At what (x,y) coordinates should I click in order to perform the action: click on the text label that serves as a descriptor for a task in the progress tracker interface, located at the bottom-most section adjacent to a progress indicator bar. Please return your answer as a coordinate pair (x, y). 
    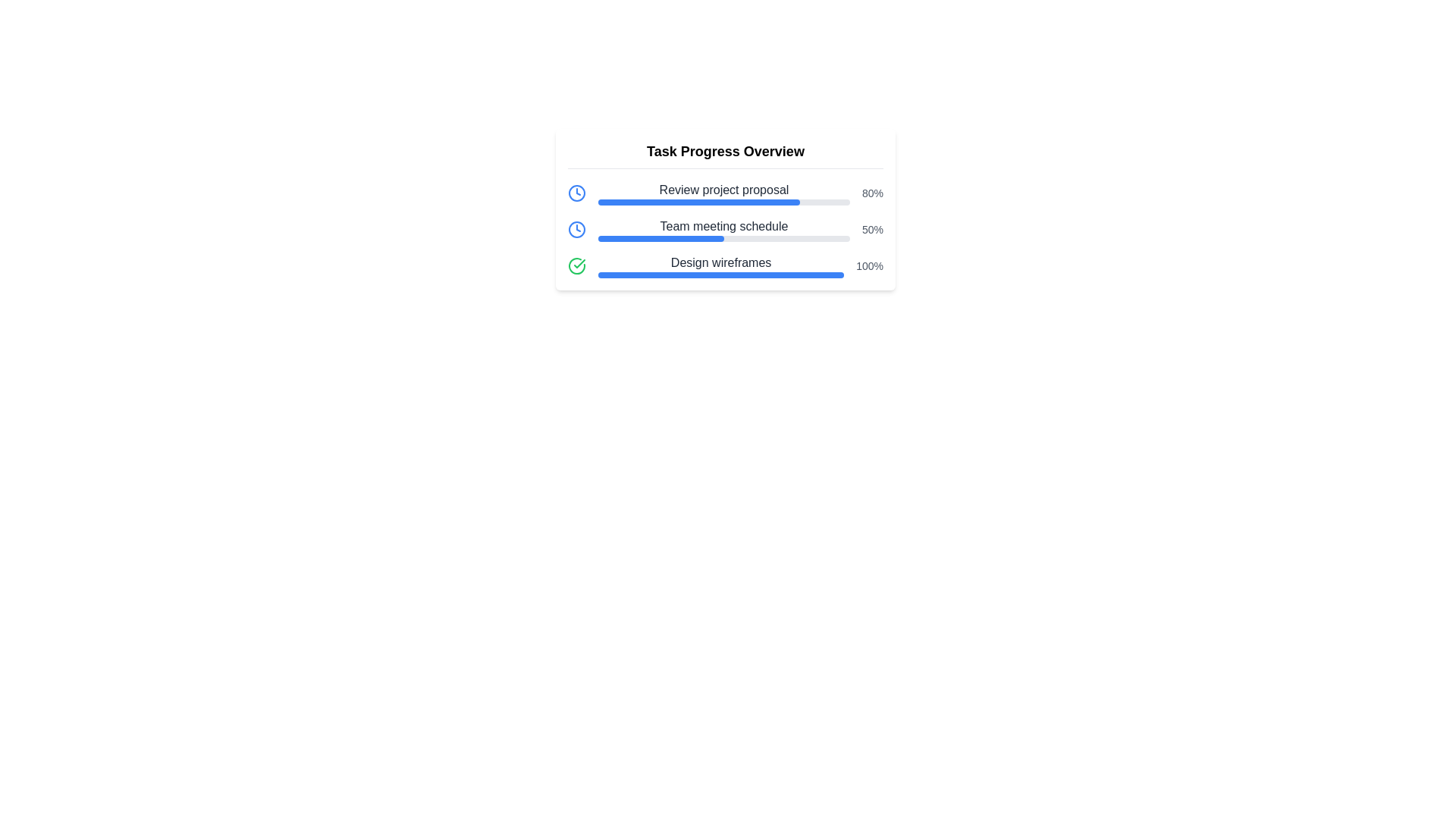
    Looking at the image, I should click on (720, 262).